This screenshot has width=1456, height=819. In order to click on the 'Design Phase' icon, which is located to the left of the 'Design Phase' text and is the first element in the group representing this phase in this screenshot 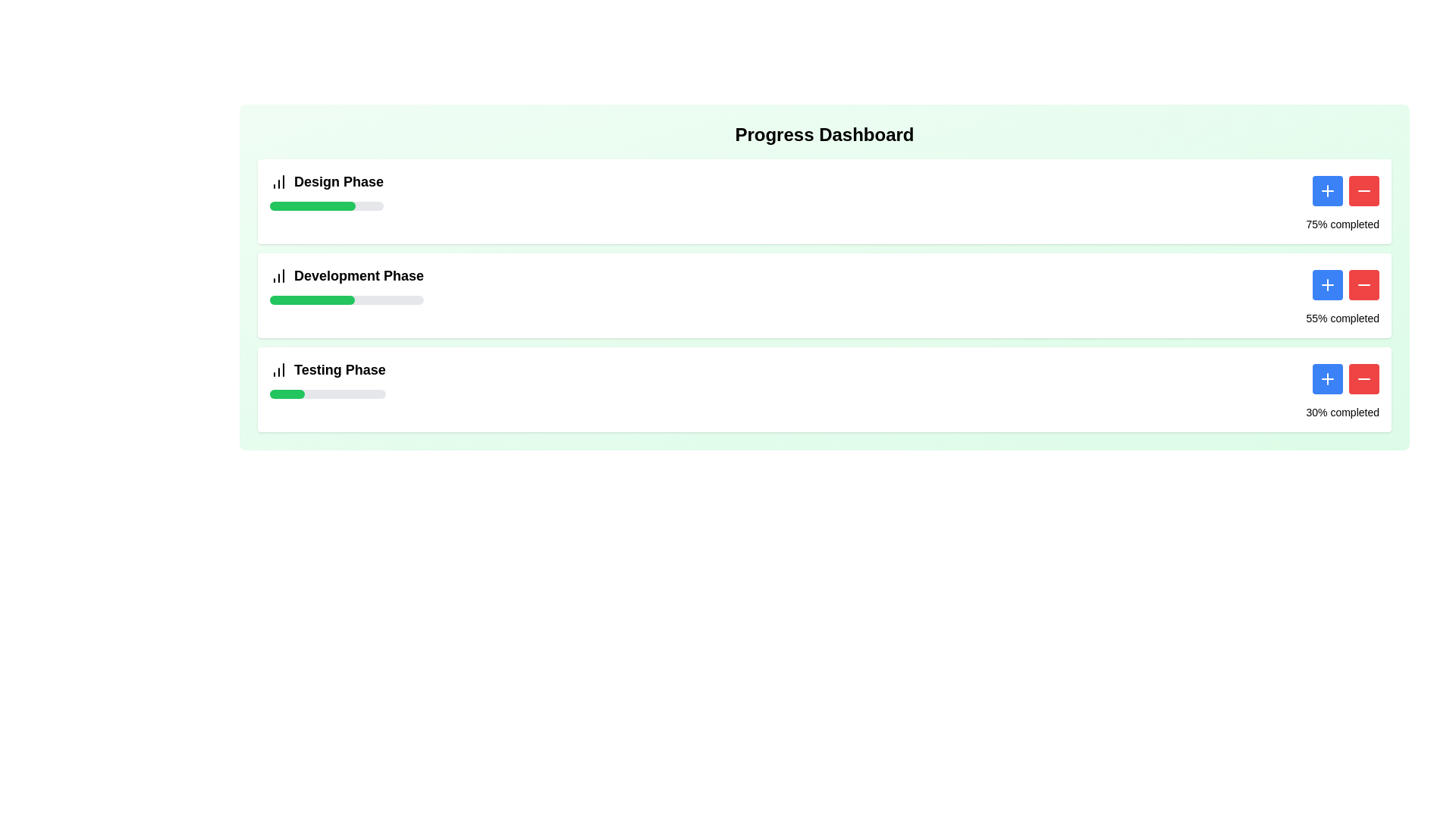, I will do `click(279, 180)`.